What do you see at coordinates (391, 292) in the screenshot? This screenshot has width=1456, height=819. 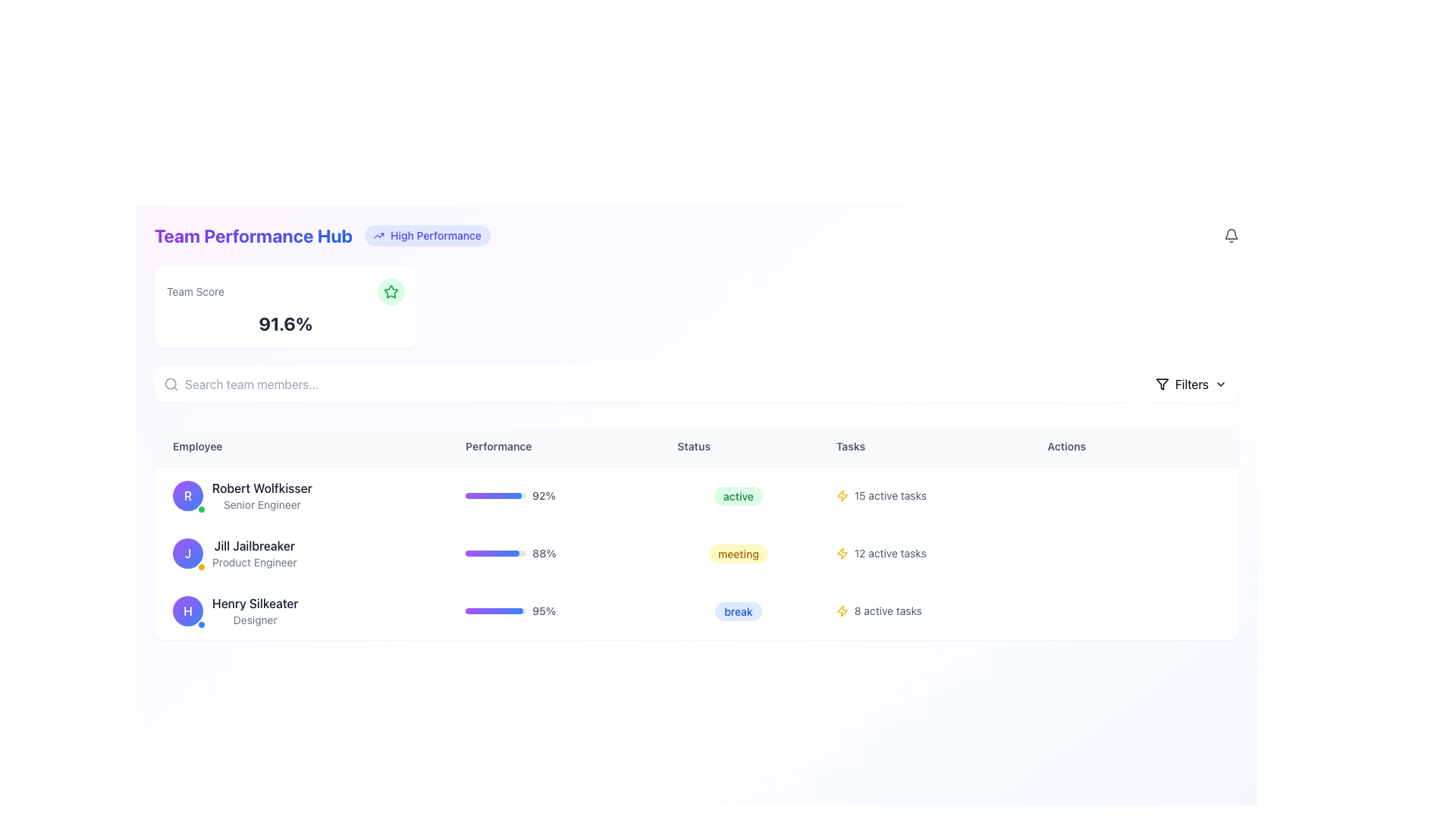 I see `the significance of the green outlined star icon located within a light green circular background, positioned to the right of the 'Team Score' card` at bounding box center [391, 292].